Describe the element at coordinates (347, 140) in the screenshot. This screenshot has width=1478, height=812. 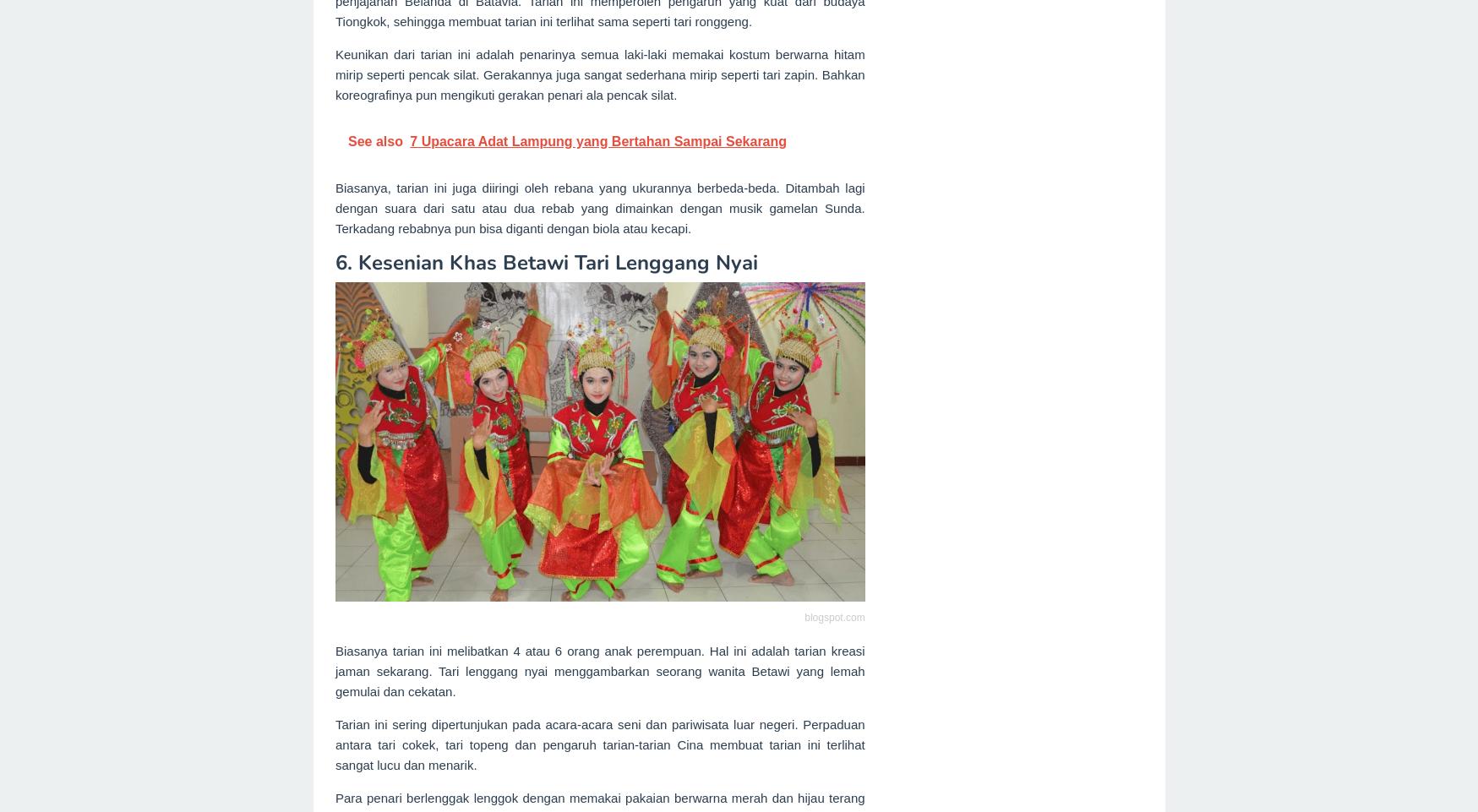
I see `'See also'` at that location.